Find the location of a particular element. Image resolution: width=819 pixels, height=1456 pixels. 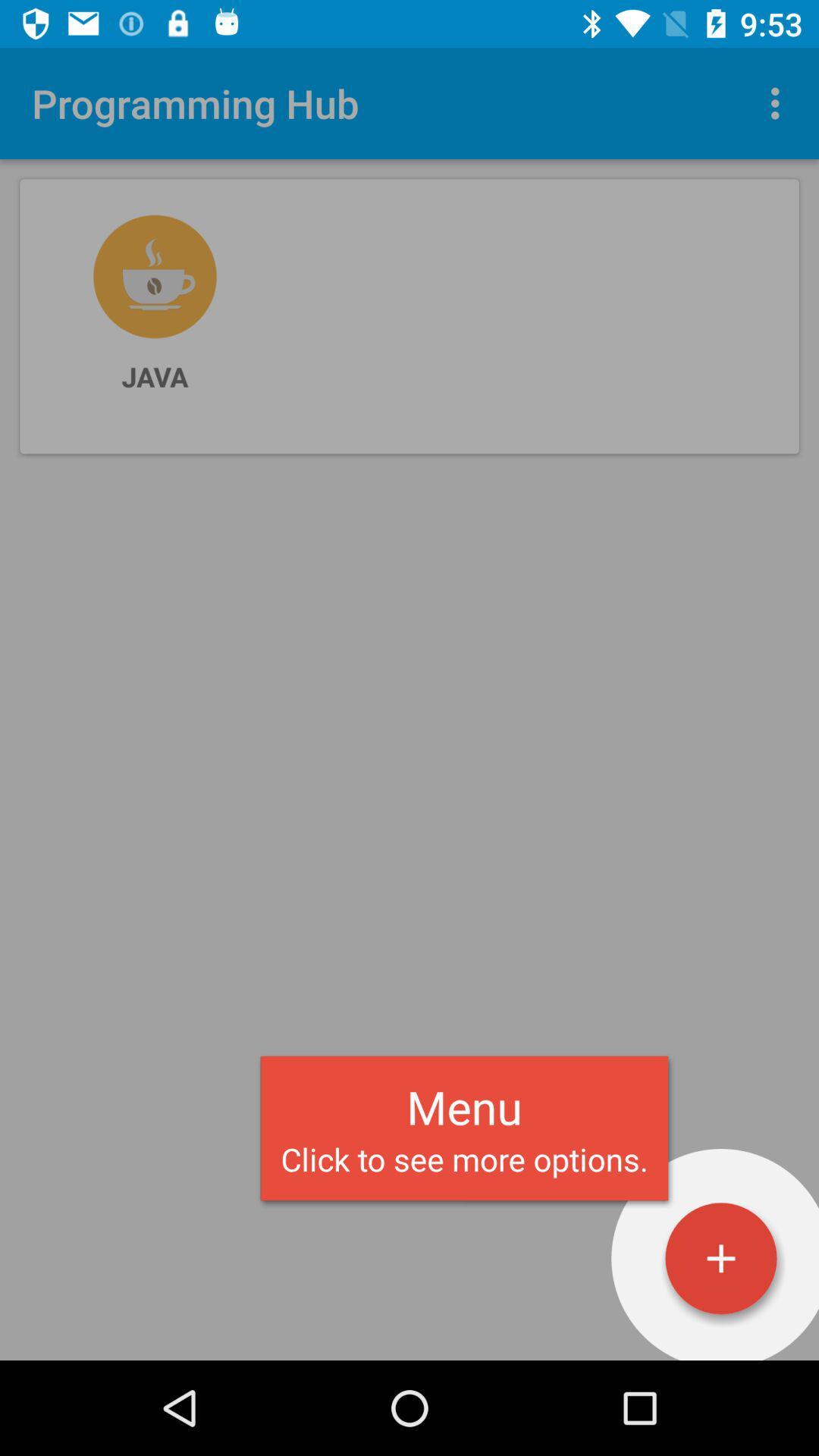

increase is located at coordinates (720, 1258).